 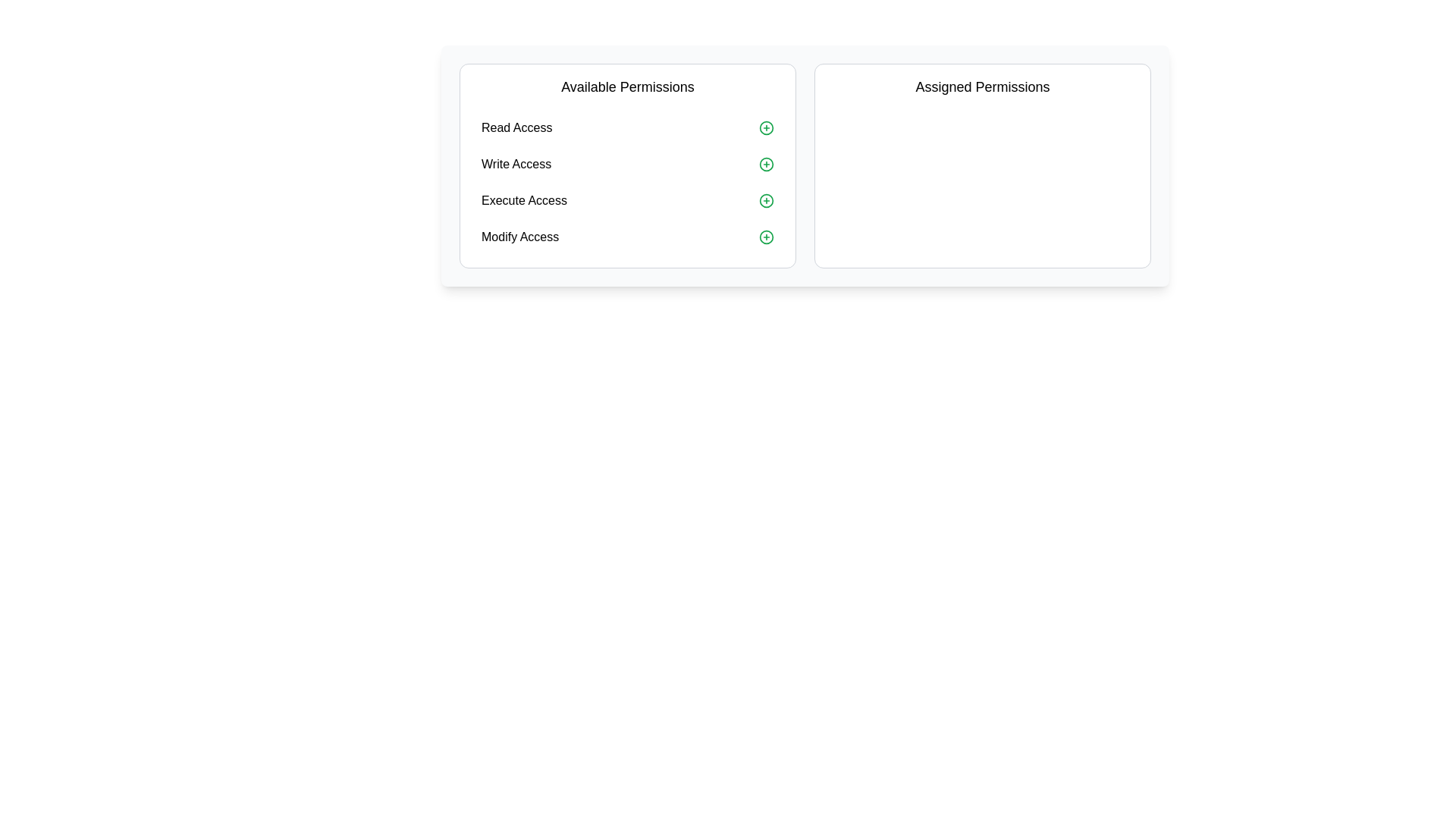 What do you see at coordinates (767, 200) in the screenshot?
I see `'+' icon next to the permission labeled 'Execute Access' in the 'Available Permissions' list` at bounding box center [767, 200].